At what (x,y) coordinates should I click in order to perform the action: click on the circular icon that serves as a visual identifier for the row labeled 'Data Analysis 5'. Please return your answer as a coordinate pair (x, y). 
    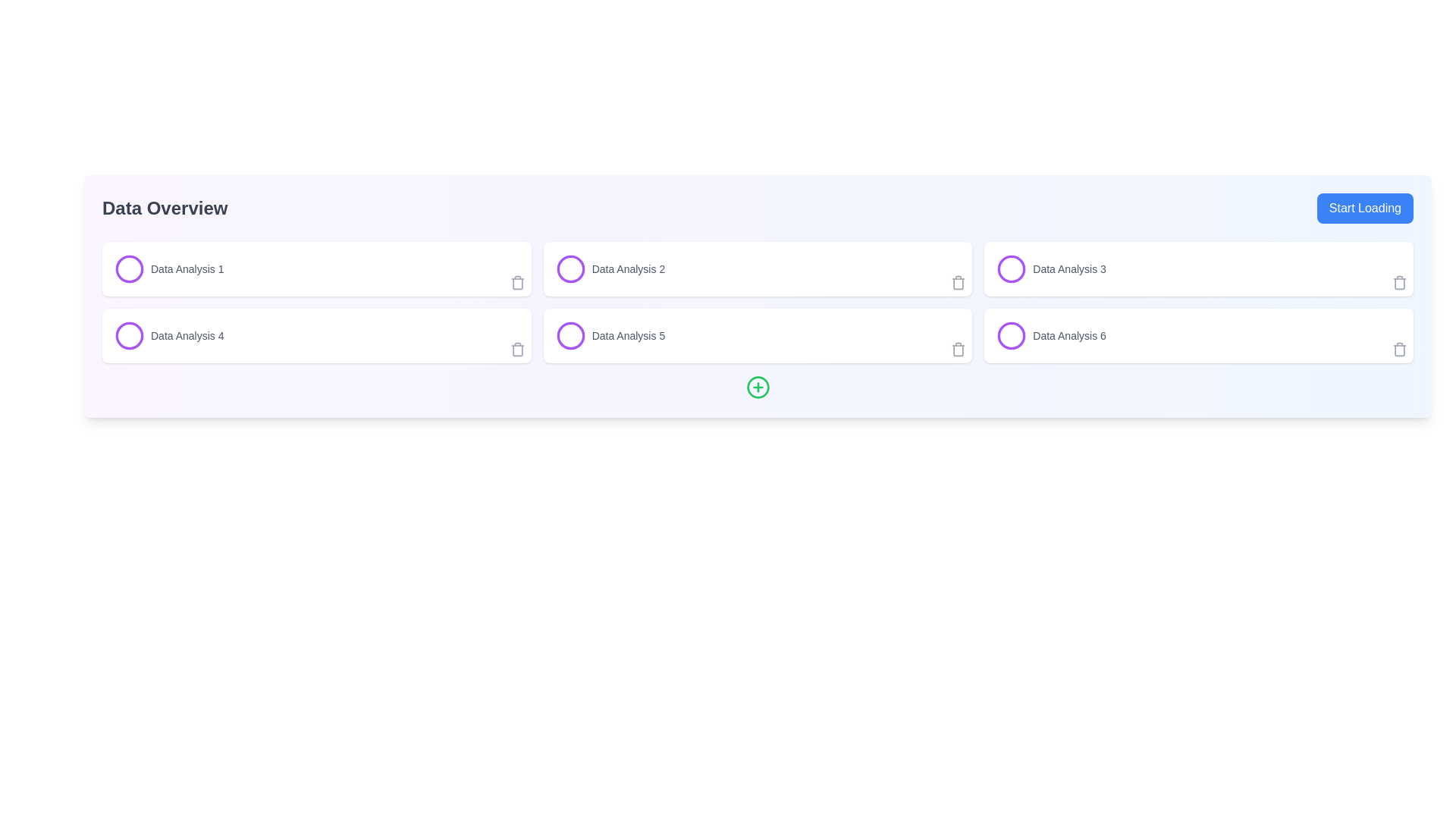
    Looking at the image, I should click on (570, 335).